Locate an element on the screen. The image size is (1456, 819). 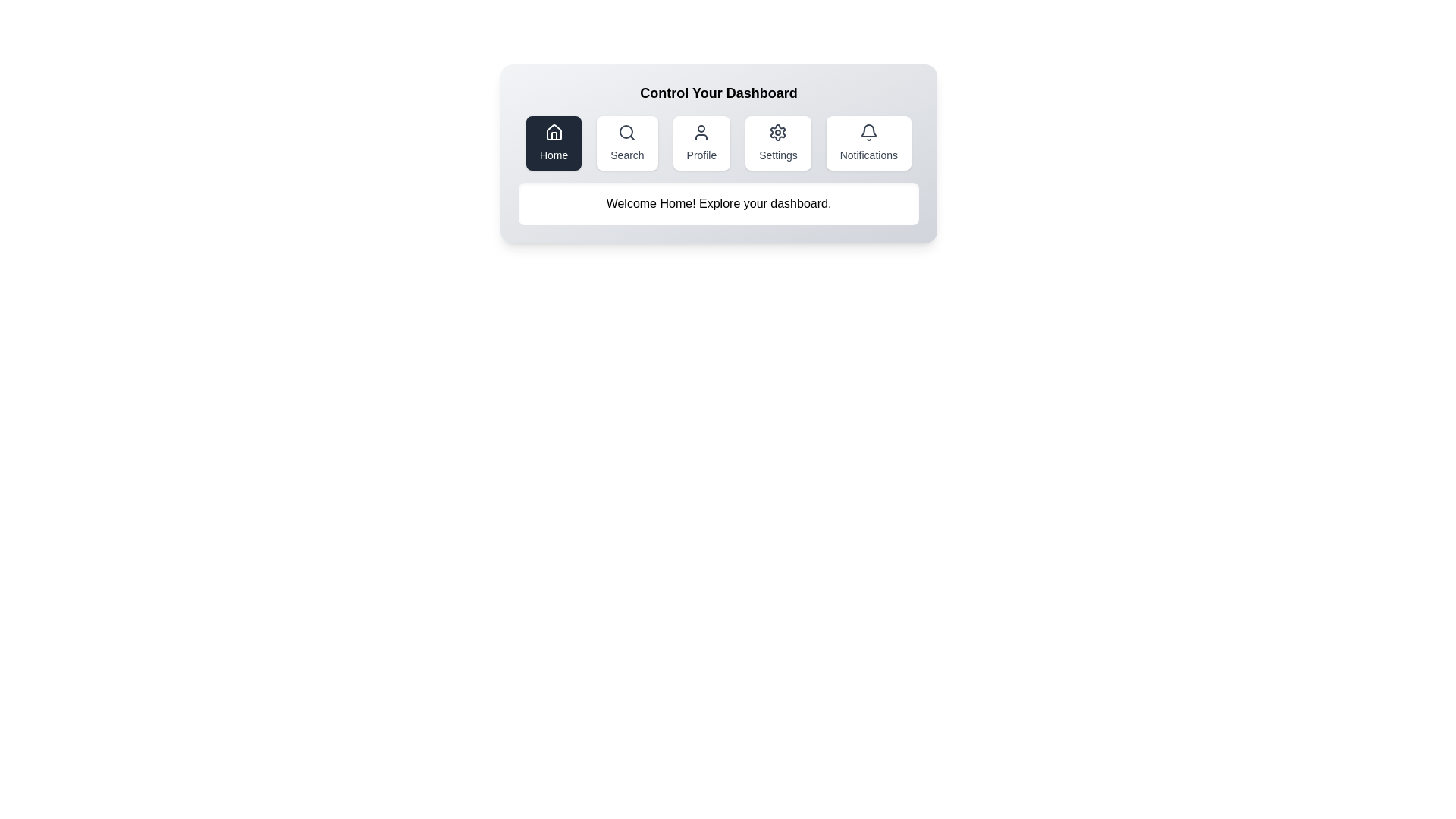
the search icon located centrally within the second button from the left is located at coordinates (627, 131).